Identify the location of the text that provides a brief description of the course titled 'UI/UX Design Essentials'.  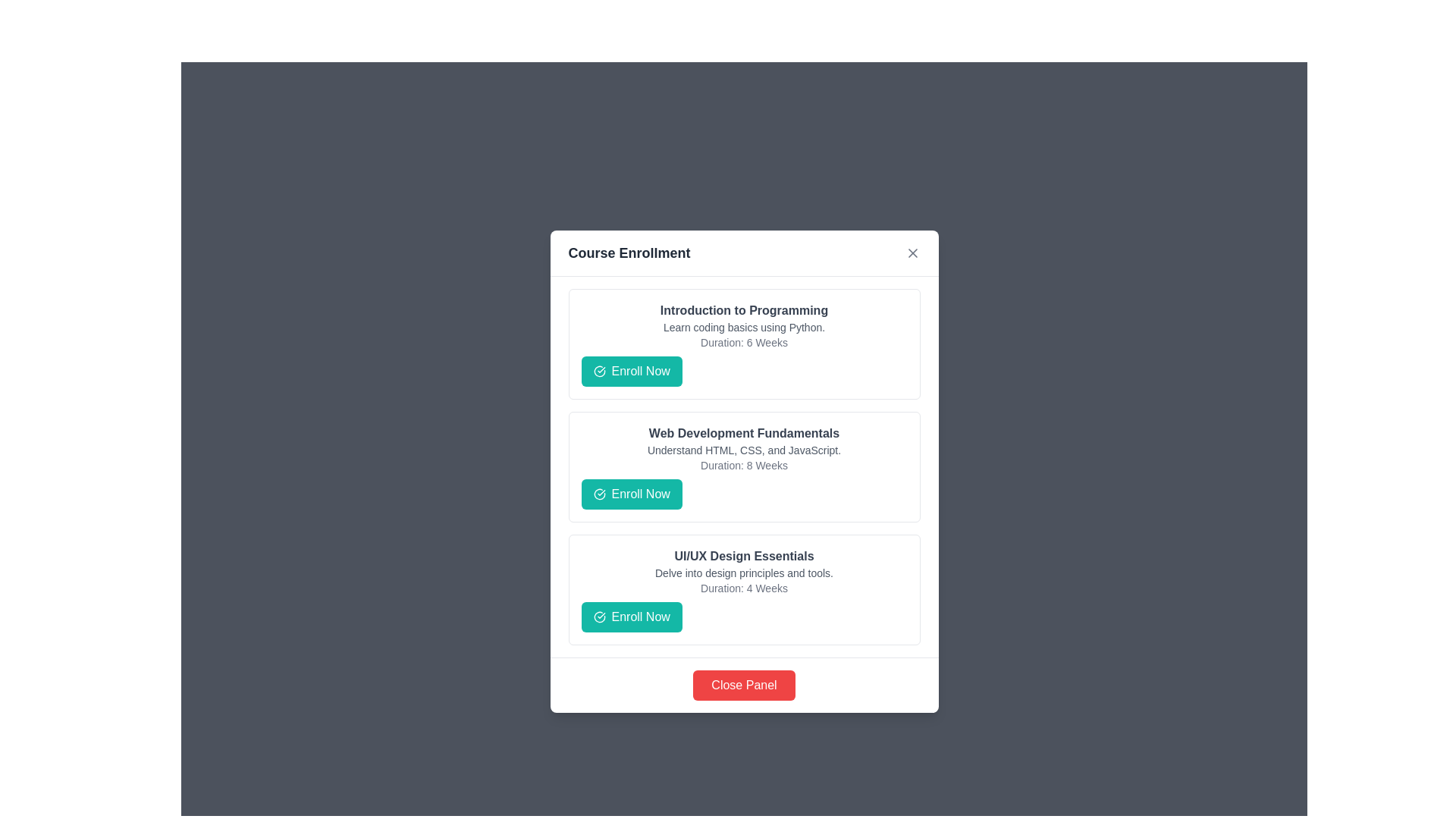
(744, 573).